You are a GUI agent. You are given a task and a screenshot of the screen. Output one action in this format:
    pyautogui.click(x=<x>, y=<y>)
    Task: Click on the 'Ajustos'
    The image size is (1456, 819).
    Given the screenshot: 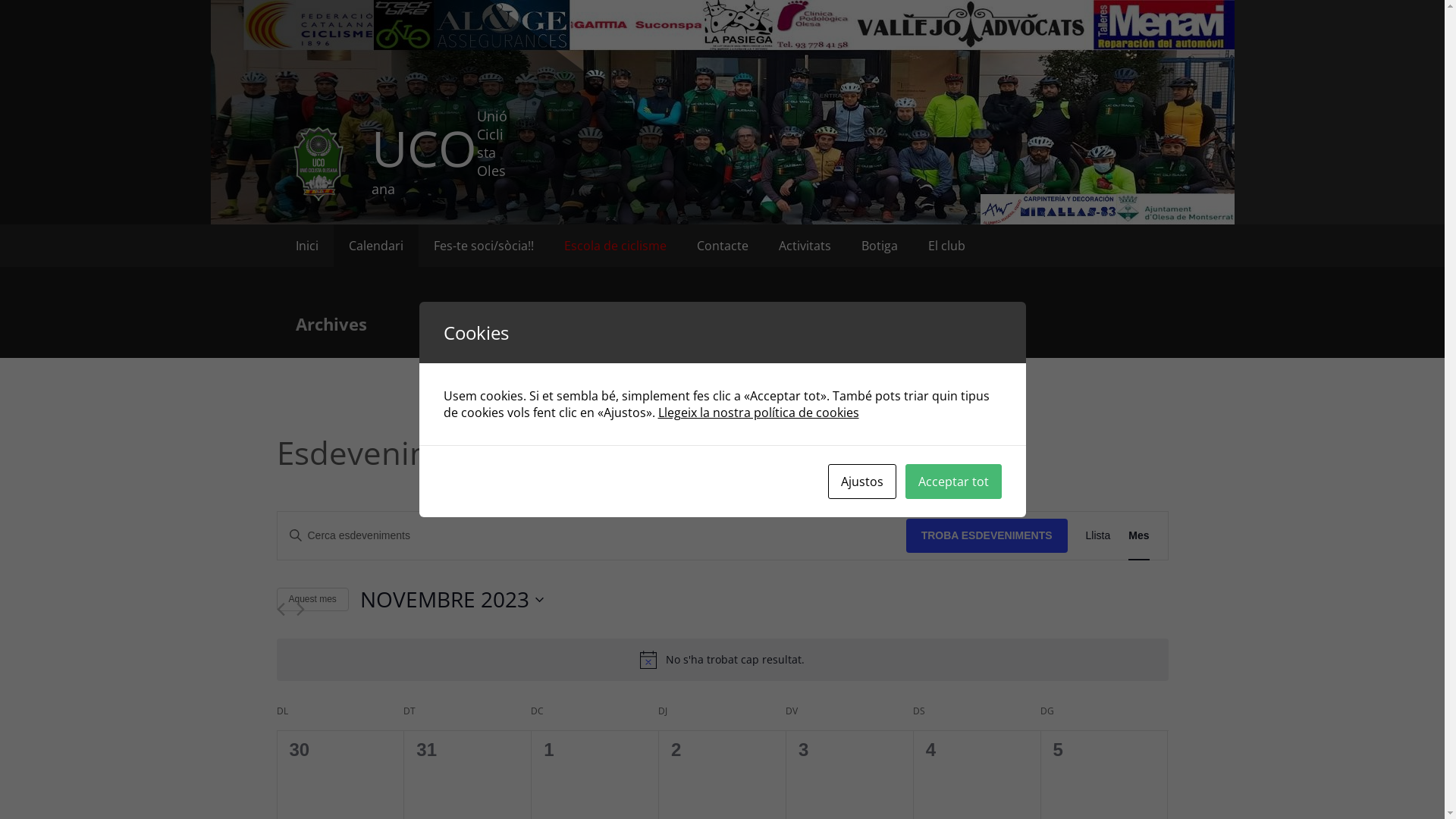 What is the action you would take?
    pyautogui.click(x=827, y=482)
    